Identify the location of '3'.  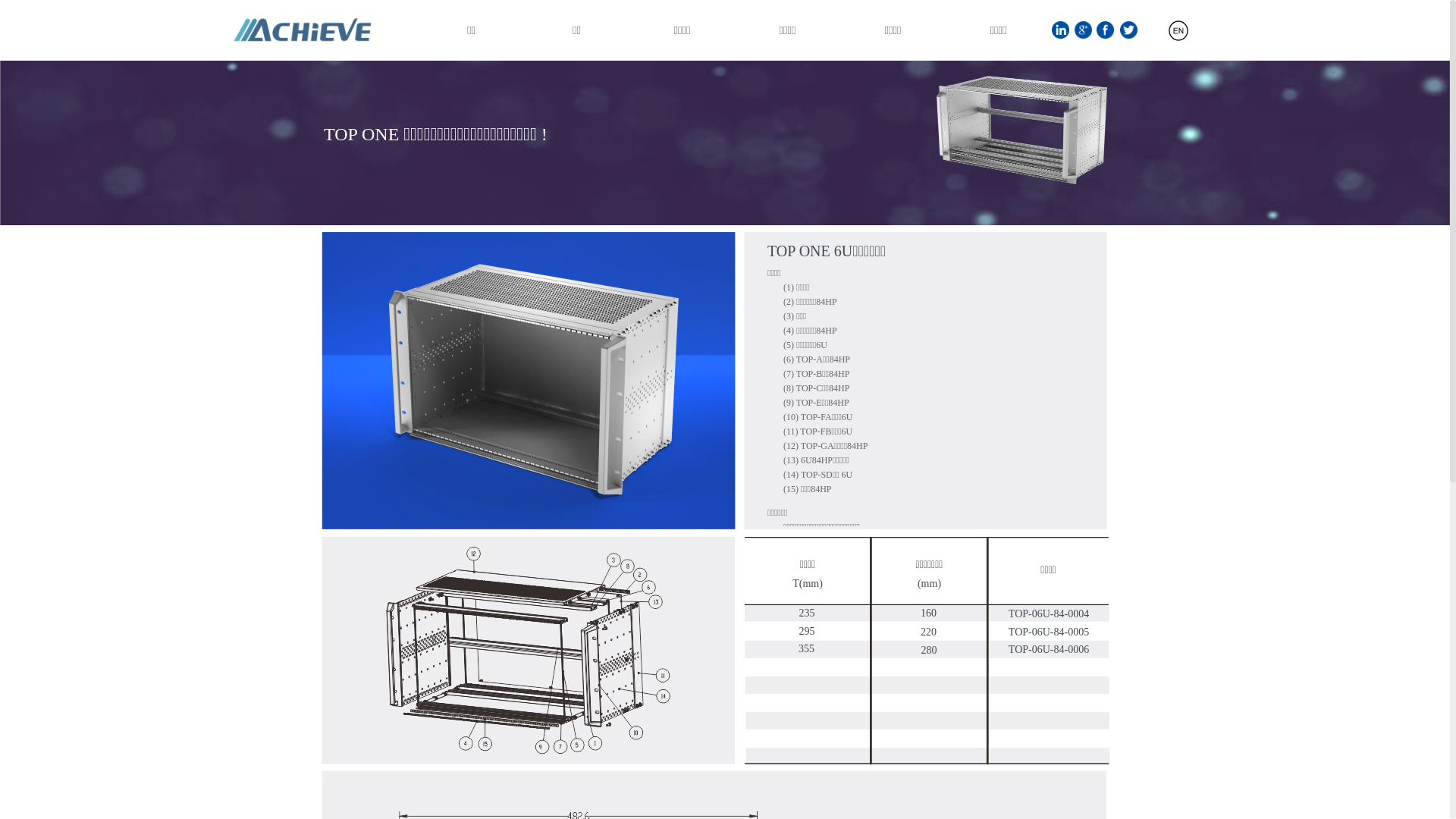
(528, 649).